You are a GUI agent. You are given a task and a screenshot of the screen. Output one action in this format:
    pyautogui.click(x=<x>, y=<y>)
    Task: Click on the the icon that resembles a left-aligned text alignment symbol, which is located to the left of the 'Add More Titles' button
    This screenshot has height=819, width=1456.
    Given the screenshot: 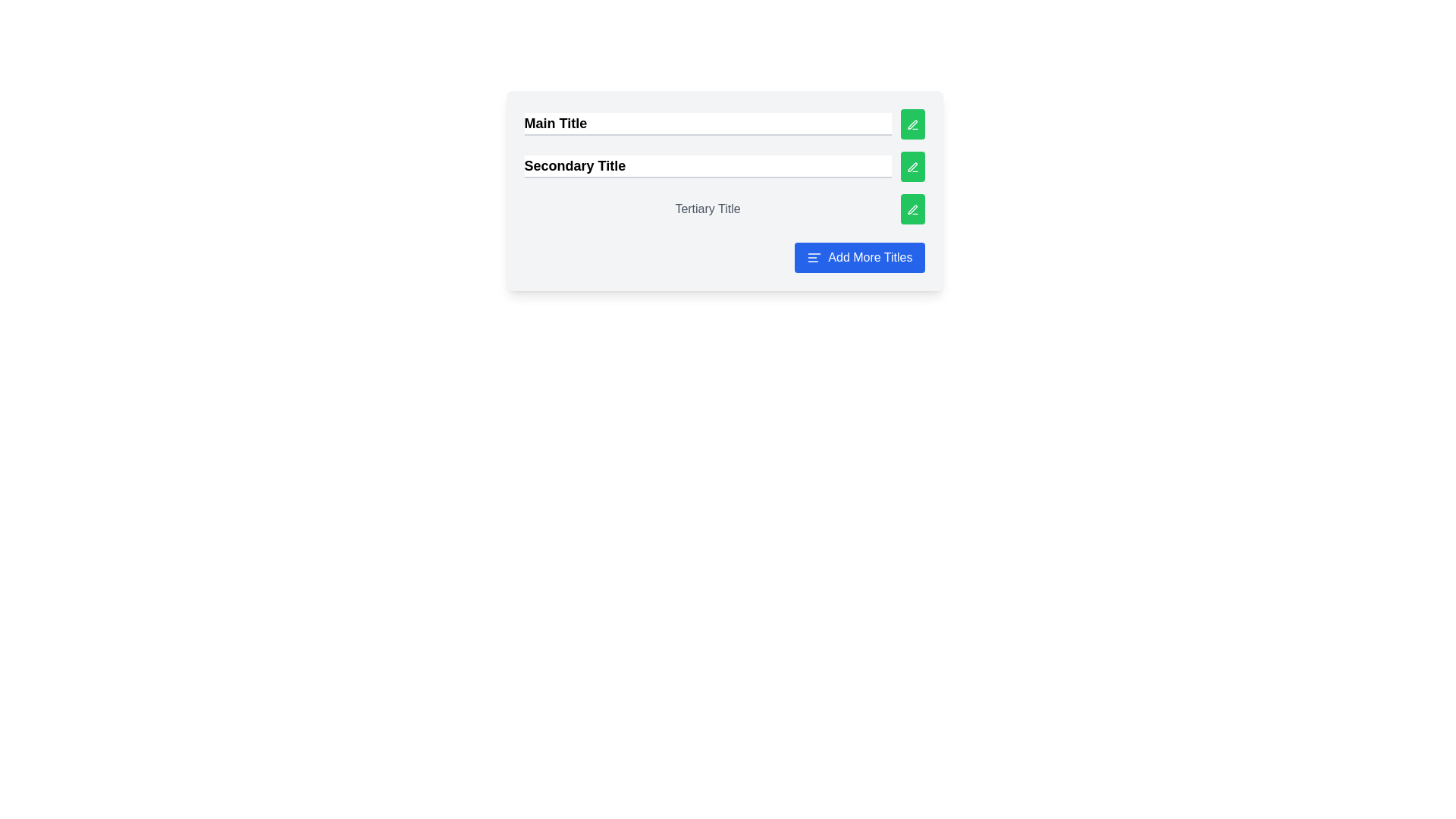 What is the action you would take?
    pyautogui.click(x=814, y=256)
    